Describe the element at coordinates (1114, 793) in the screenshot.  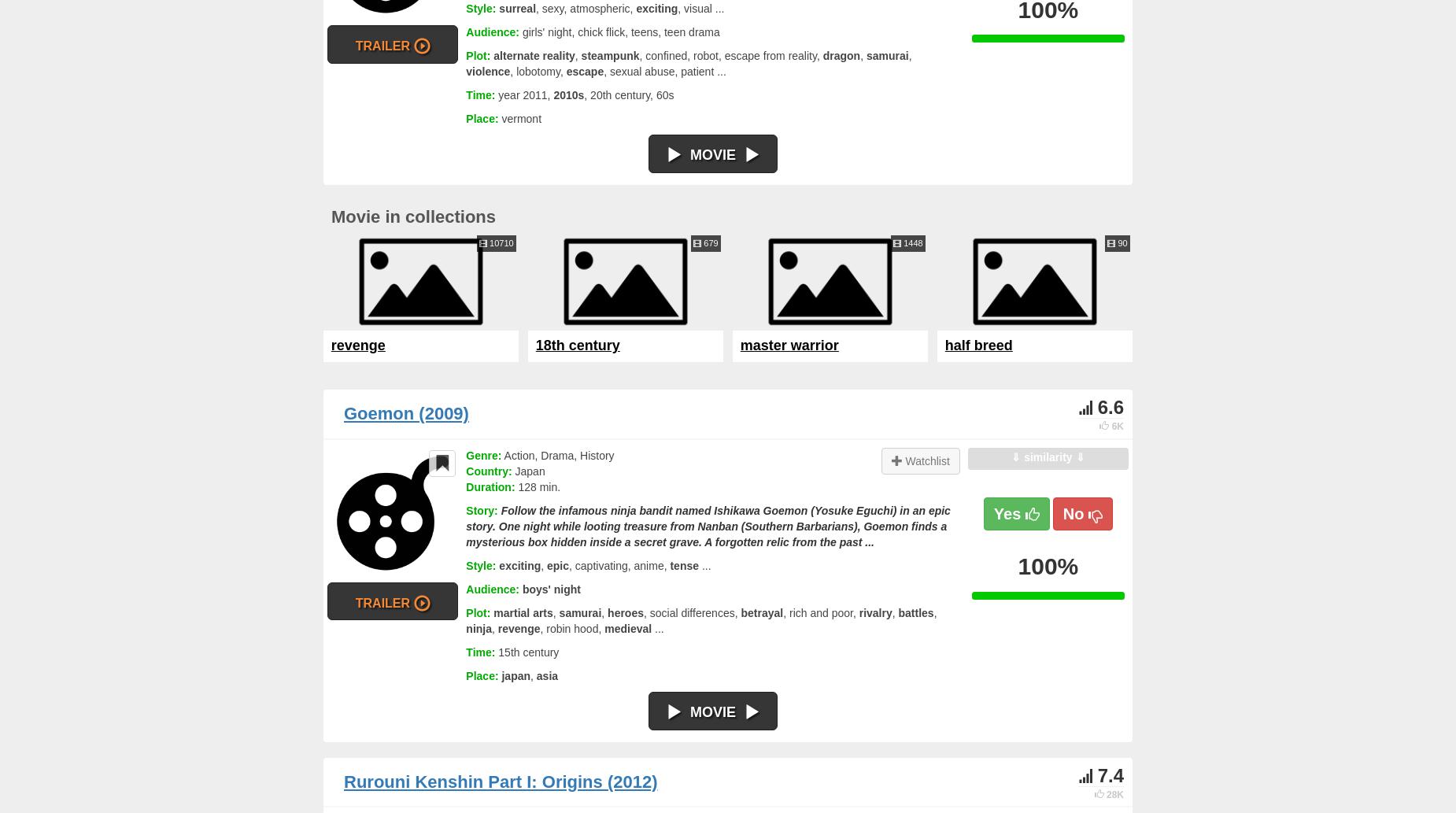
I see `'28K'` at that location.